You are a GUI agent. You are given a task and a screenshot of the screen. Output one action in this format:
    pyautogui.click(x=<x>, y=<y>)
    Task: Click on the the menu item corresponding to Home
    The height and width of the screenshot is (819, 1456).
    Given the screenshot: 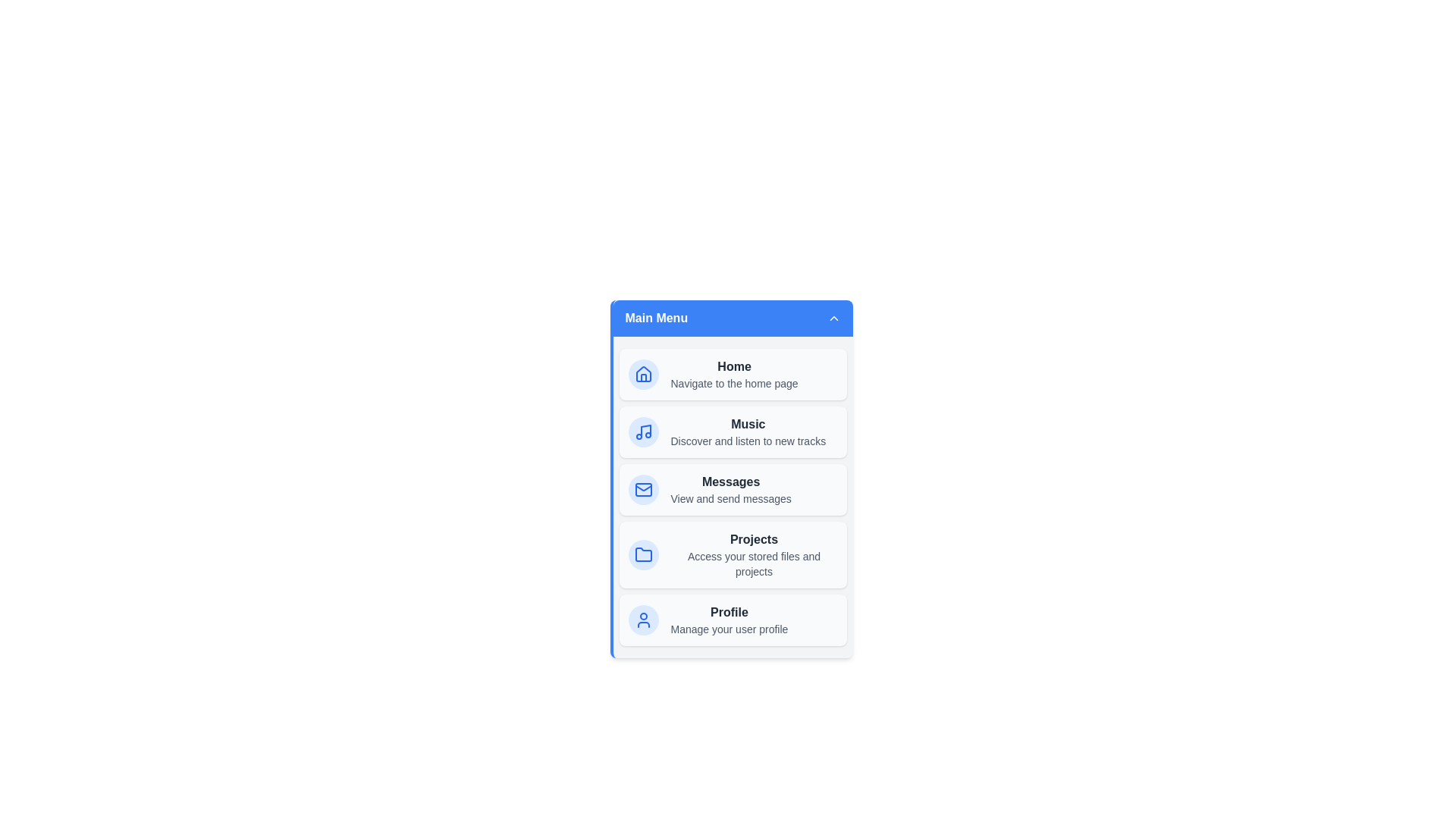 What is the action you would take?
    pyautogui.click(x=733, y=374)
    